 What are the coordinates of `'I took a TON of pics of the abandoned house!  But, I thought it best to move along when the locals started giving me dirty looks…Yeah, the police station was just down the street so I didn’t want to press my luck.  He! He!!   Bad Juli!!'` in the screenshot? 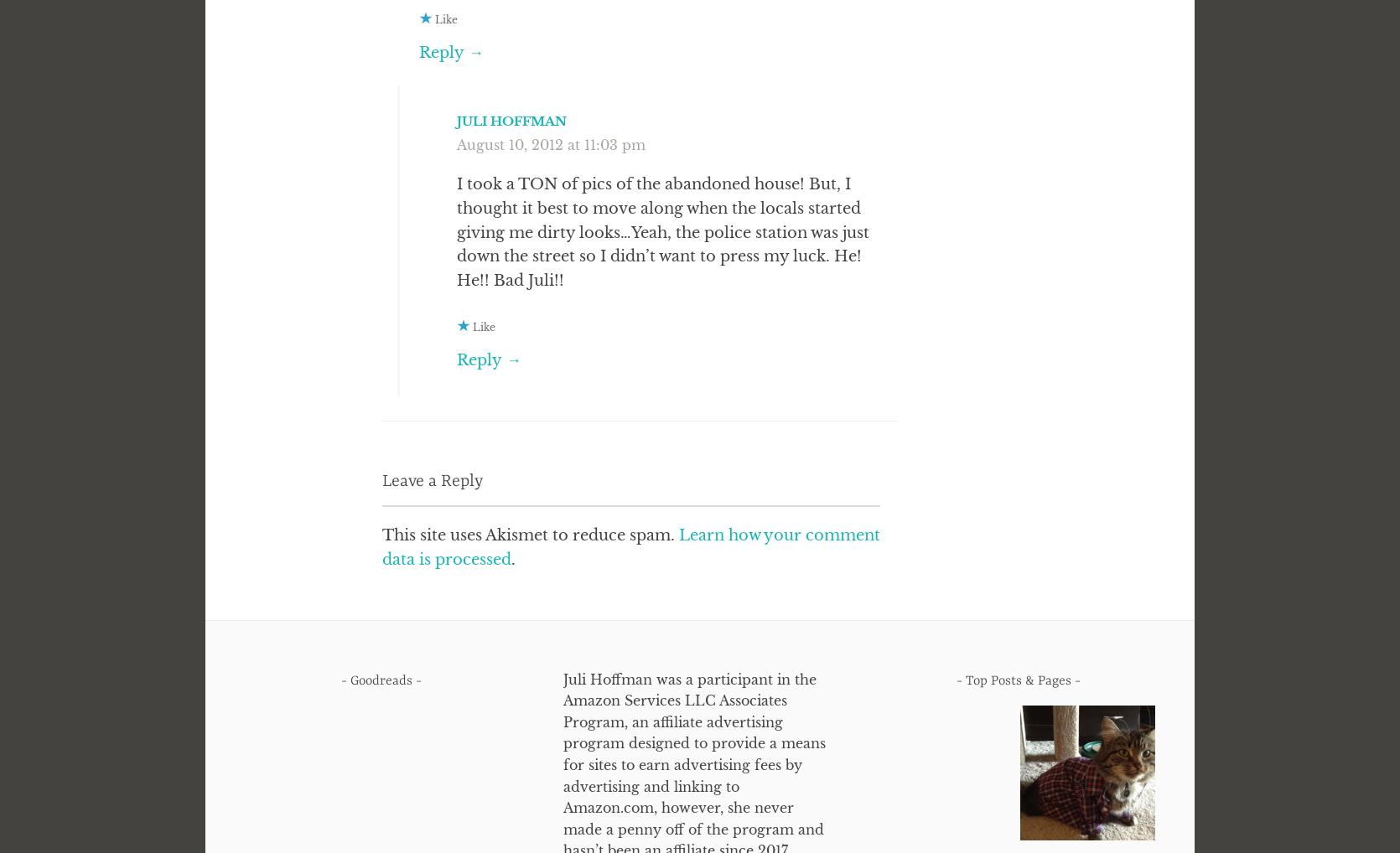 It's located at (662, 231).